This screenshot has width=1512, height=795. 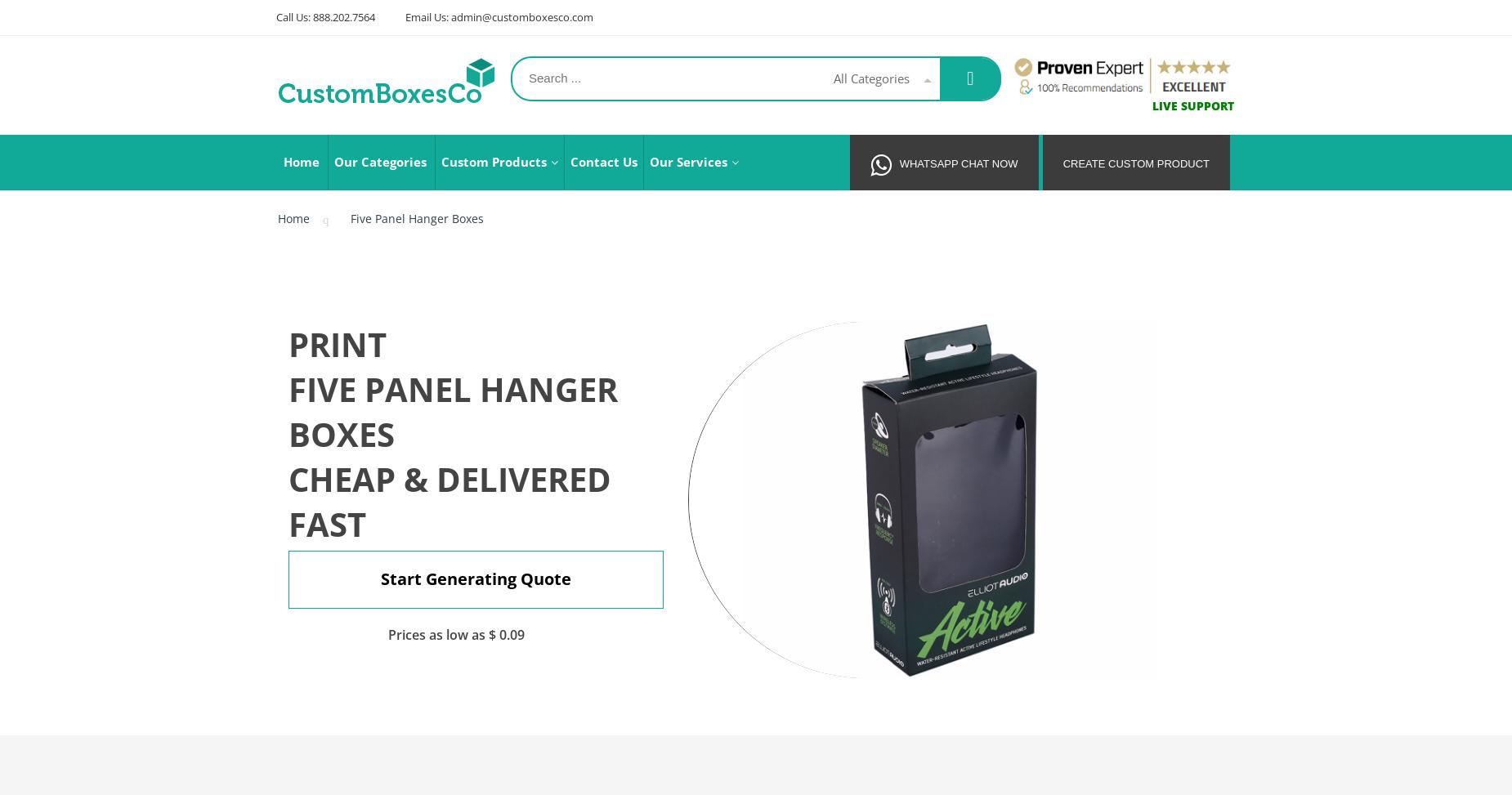 What do you see at coordinates (1193, 104) in the screenshot?
I see `'Live Support'` at bounding box center [1193, 104].